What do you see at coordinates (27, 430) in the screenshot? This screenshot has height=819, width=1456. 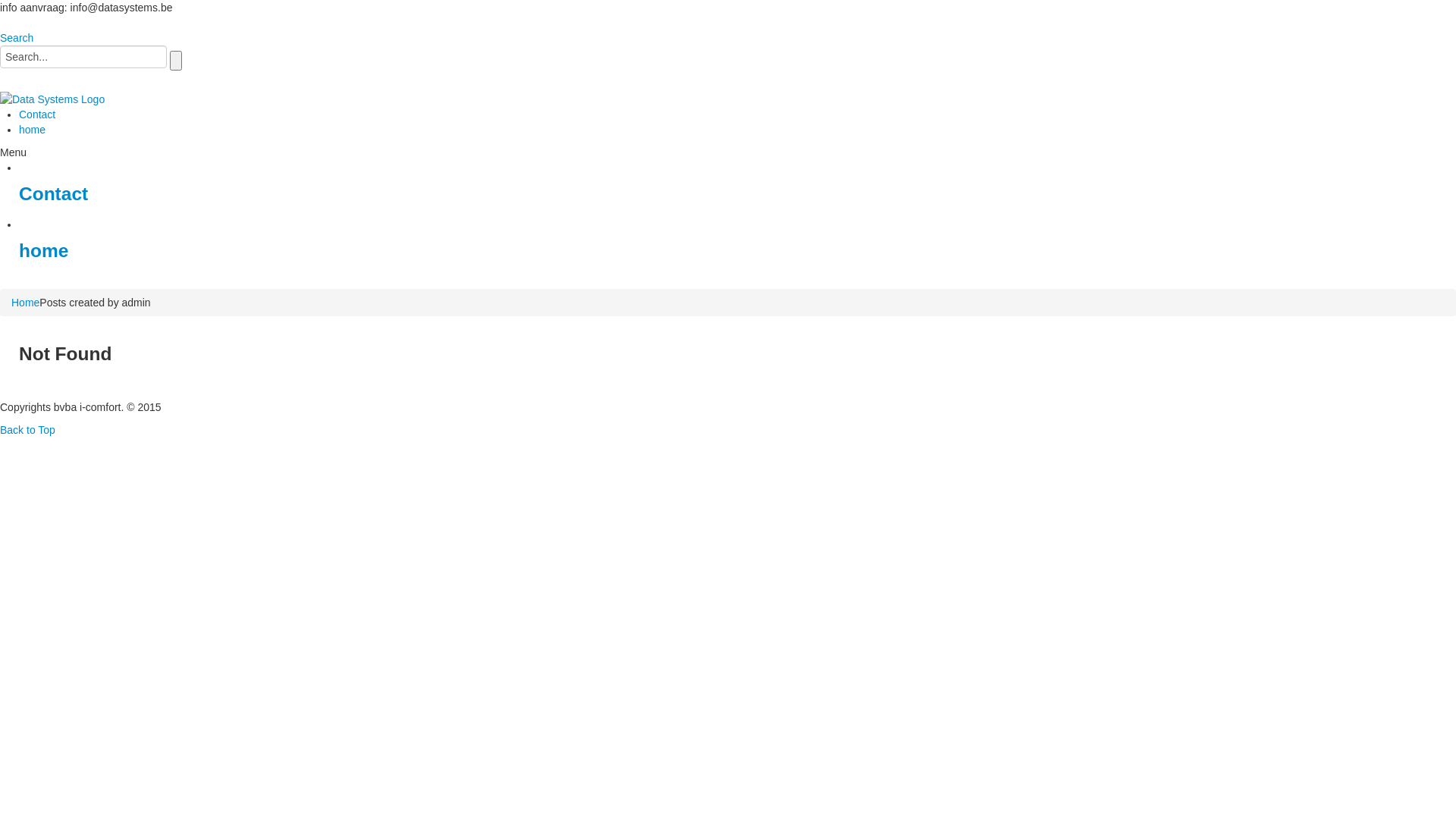 I see `'Back to Top'` at bounding box center [27, 430].